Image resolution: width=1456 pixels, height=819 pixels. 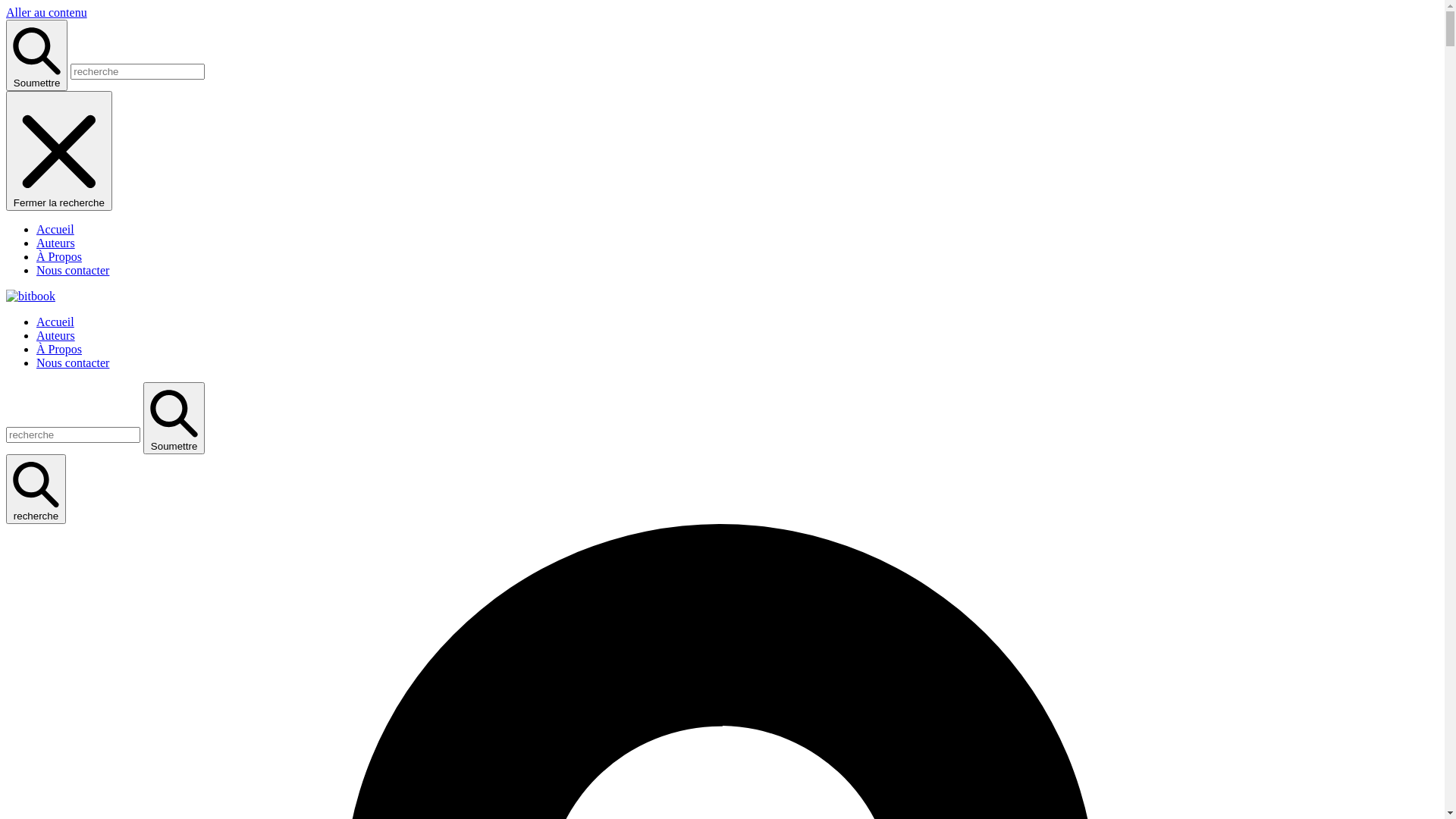 I want to click on 'Auteurs', so click(x=55, y=334).